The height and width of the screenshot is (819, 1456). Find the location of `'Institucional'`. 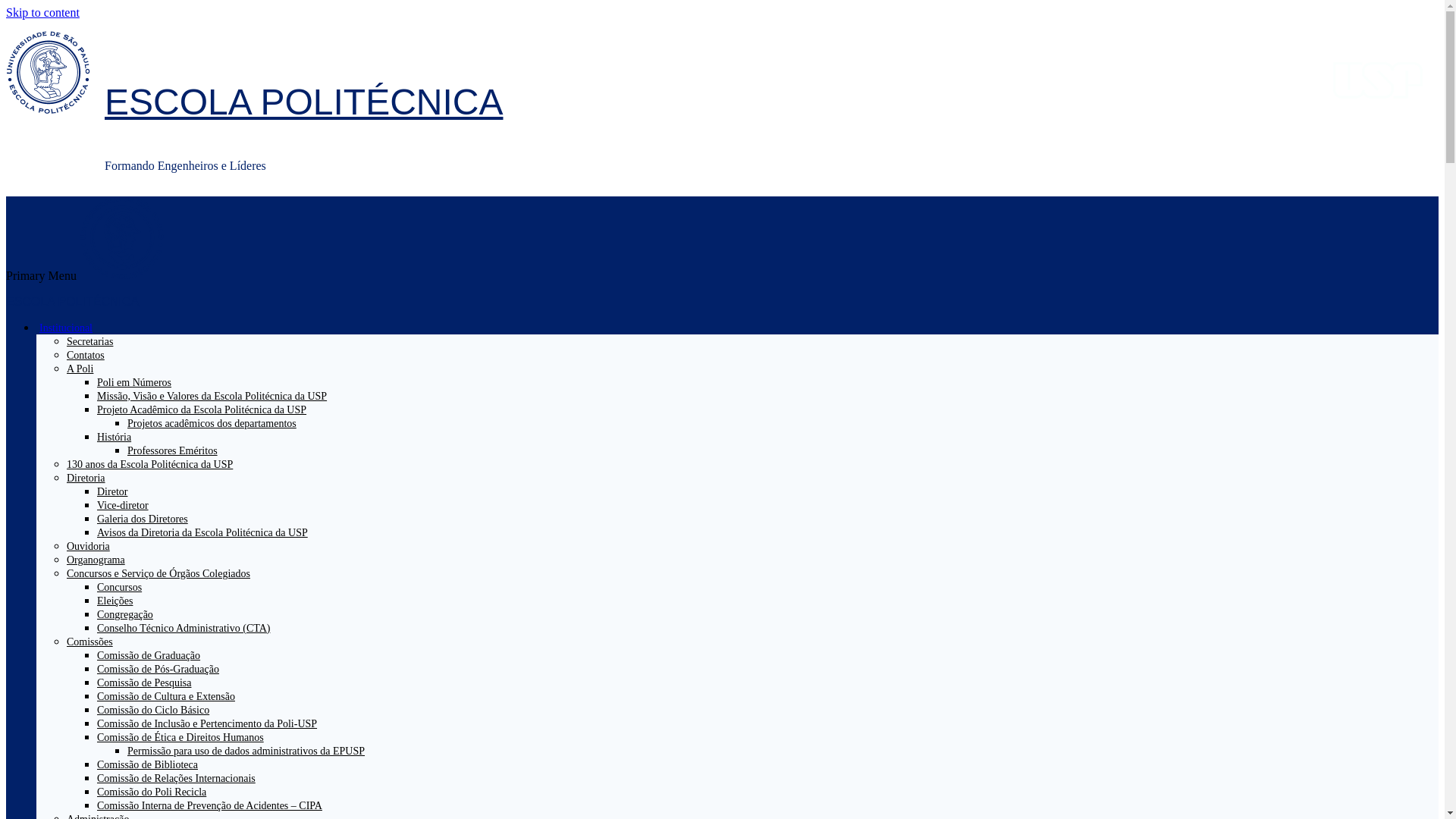

'Institucional' is located at coordinates (71, 327).